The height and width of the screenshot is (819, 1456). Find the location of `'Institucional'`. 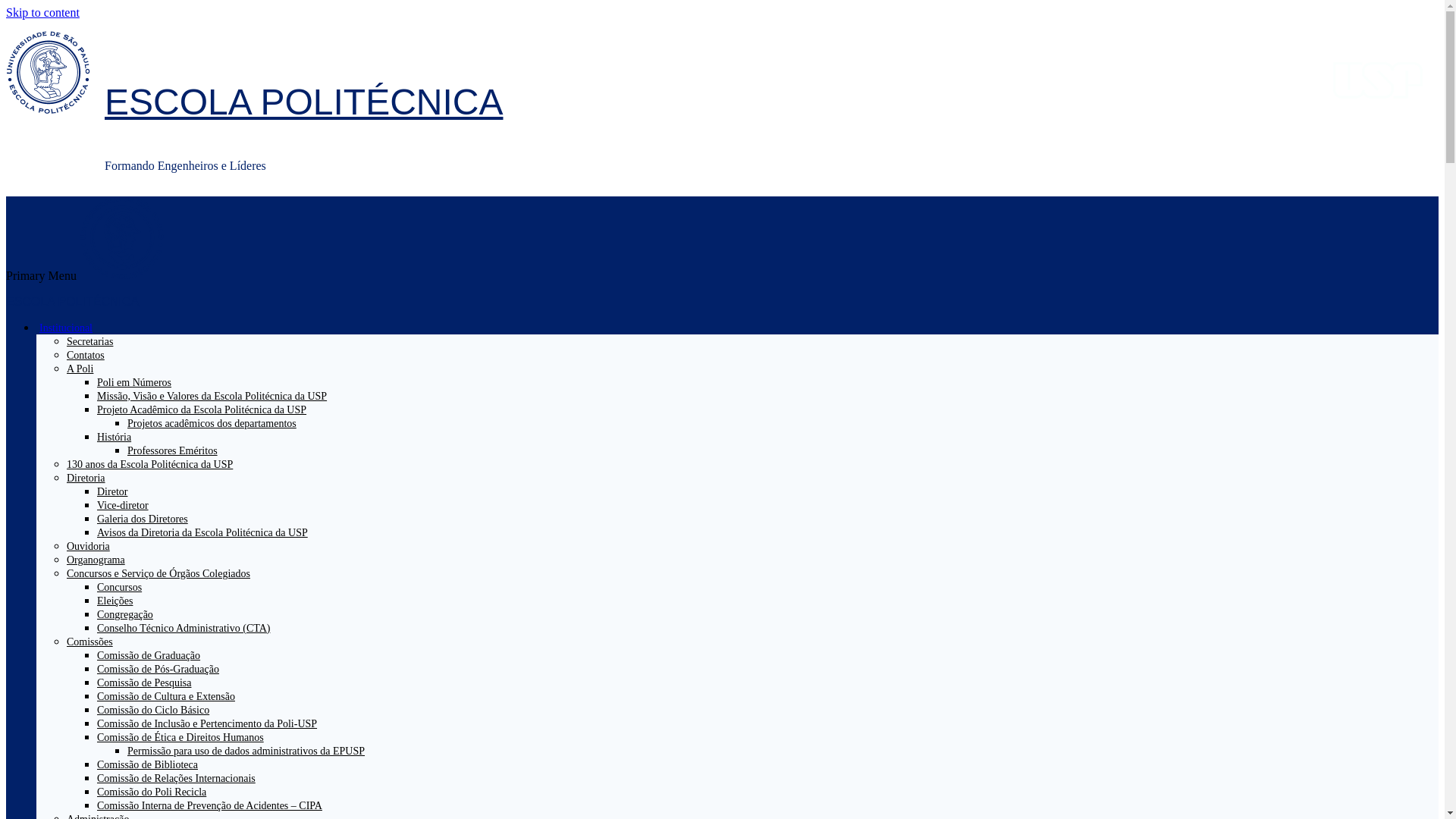

'Institucional' is located at coordinates (71, 327).